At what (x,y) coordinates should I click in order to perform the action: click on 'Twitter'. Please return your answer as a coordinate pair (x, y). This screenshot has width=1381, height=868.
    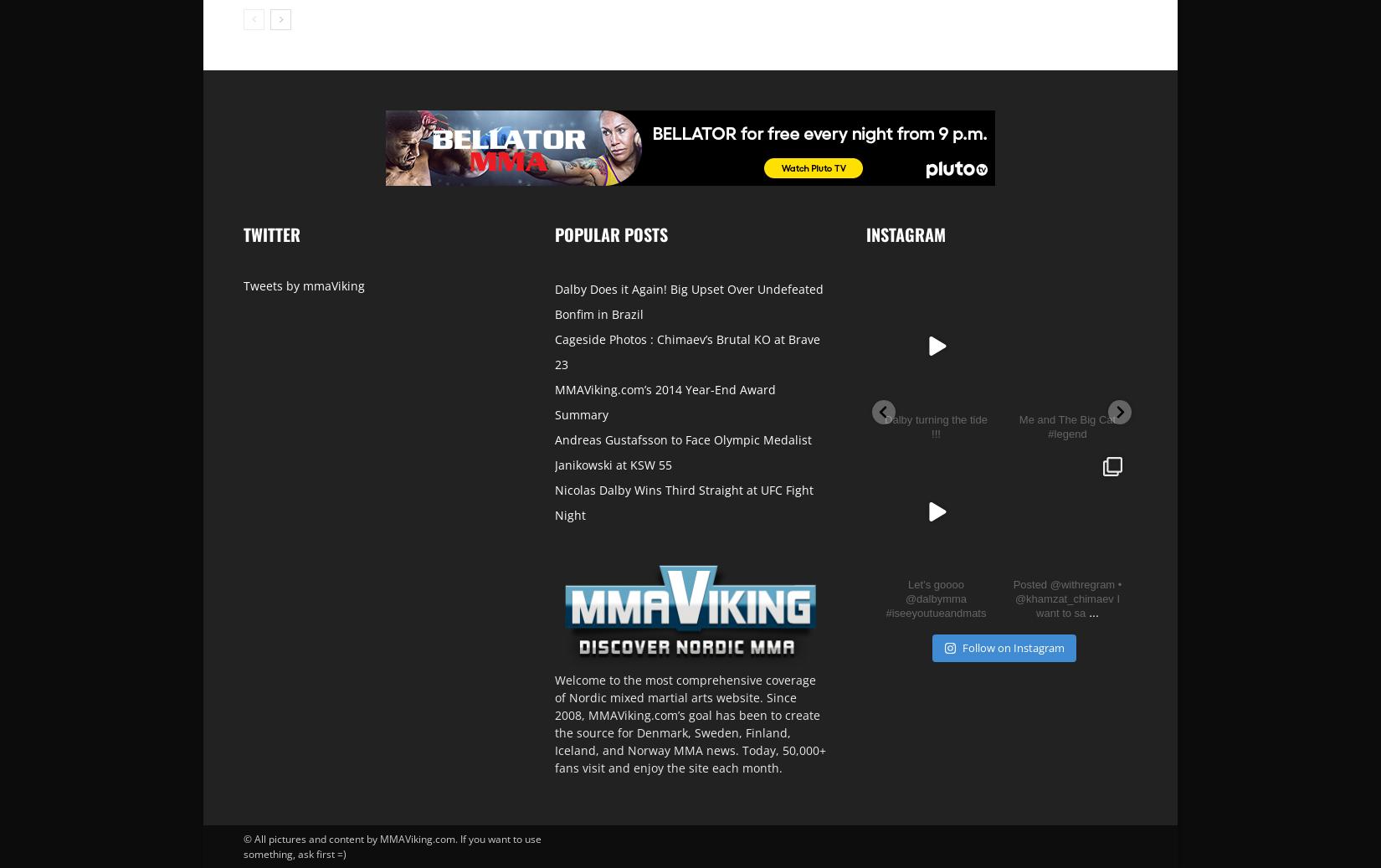
    Looking at the image, I should click on (272, 232).